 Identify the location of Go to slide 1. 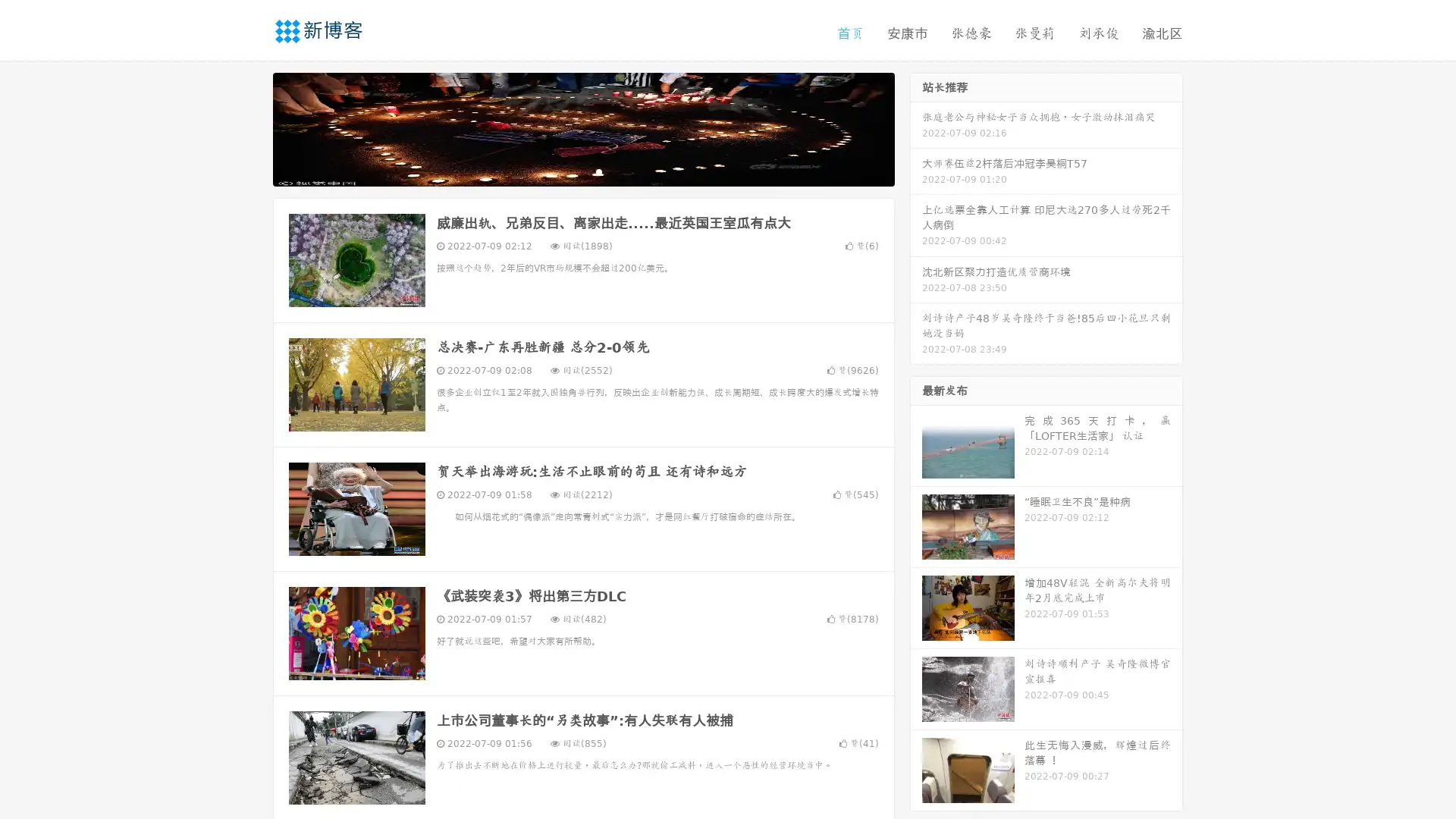
(567, 171).